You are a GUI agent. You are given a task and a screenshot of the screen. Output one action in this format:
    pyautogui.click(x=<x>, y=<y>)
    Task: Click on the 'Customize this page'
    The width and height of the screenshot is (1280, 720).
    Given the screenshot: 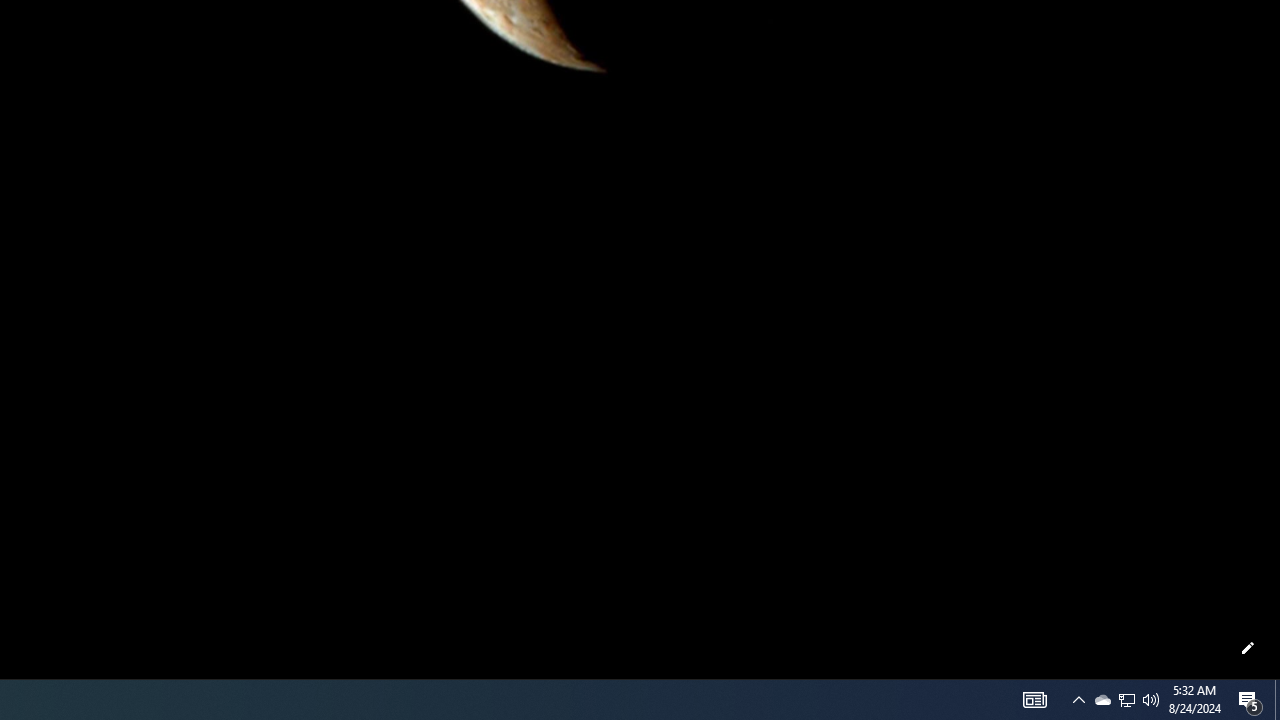 What is the action you would take?
    pyautogui.click(x=1247, y=648)
    